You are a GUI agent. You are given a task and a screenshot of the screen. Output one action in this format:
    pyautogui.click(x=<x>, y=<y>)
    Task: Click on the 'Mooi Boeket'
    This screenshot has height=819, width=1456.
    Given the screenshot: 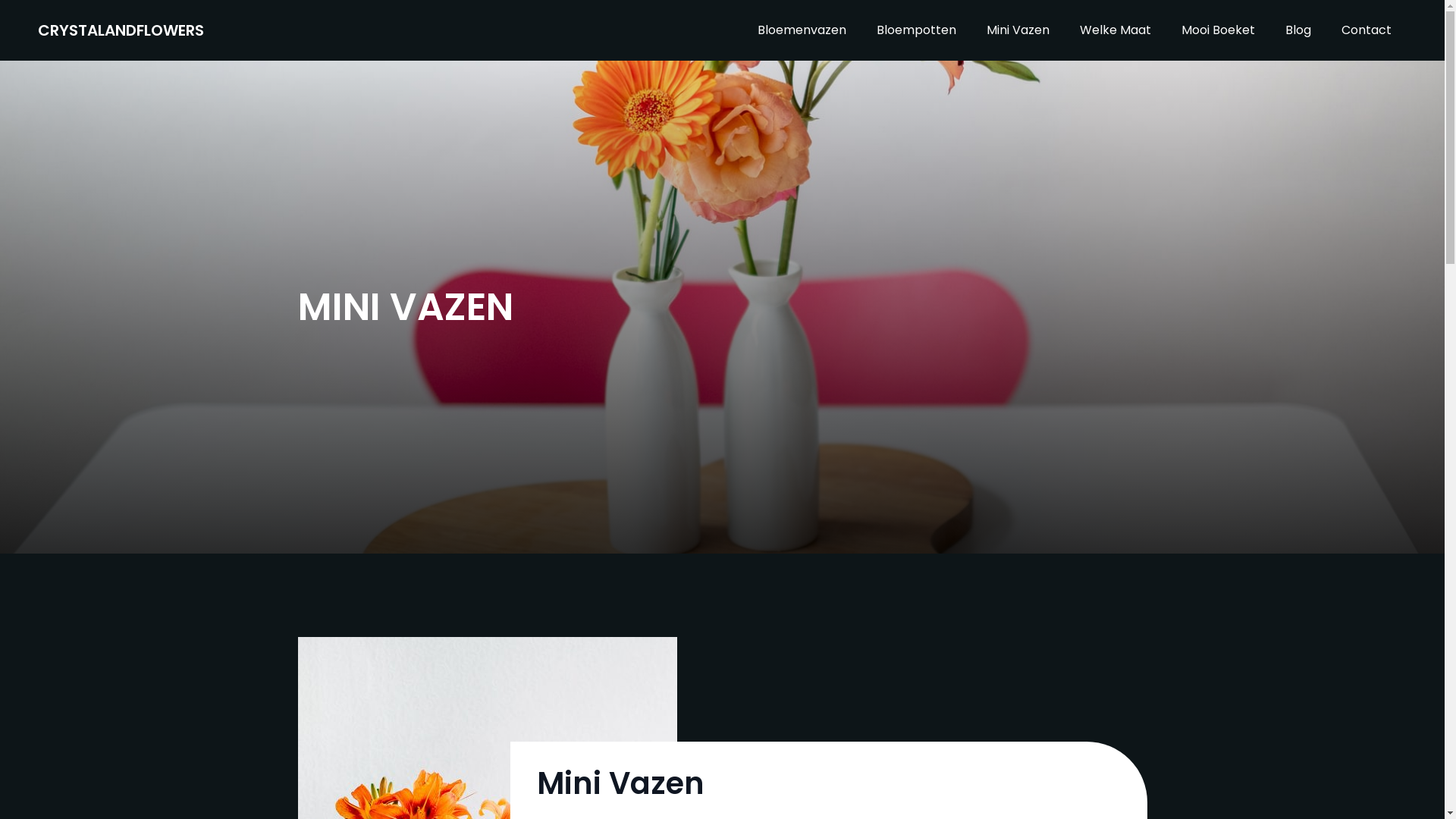 What is the action you would take?
    pyautogui.click(x=1218, y=30)
    